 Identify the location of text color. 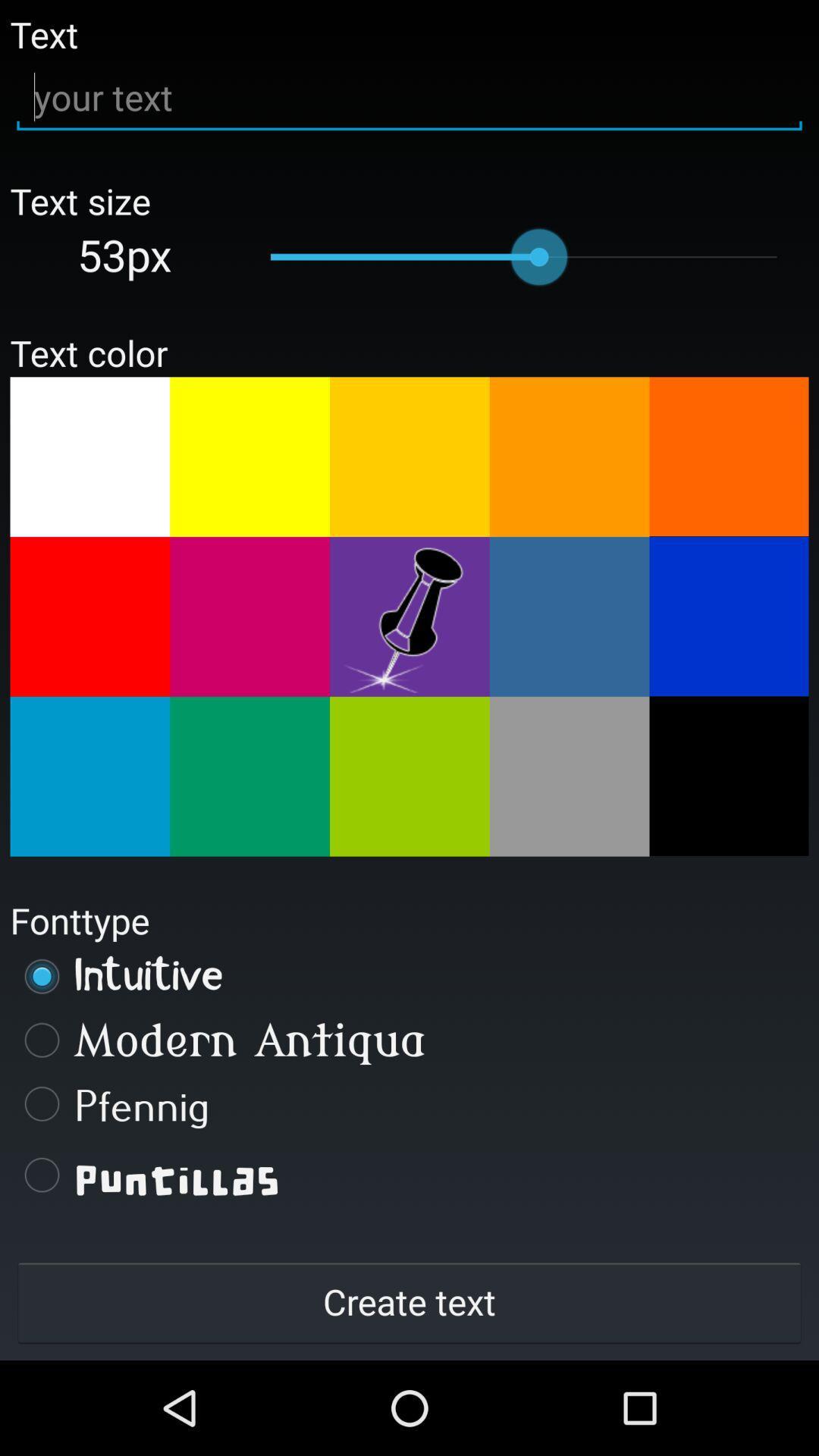
(409, 617).